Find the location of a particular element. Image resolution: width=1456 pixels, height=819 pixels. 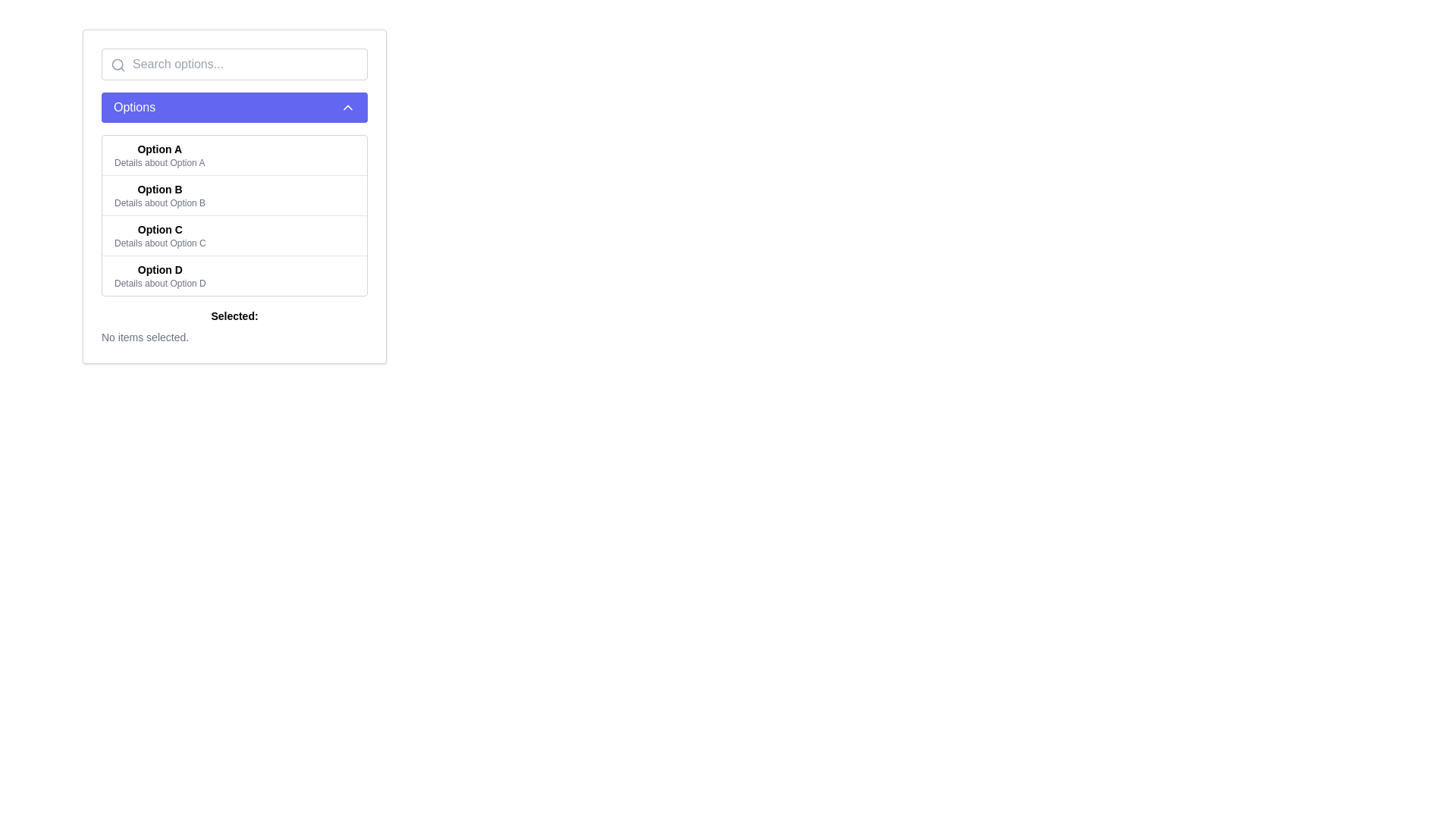

the icon located at the far right end of the 'Options' button is located at coordinates (347, 107).